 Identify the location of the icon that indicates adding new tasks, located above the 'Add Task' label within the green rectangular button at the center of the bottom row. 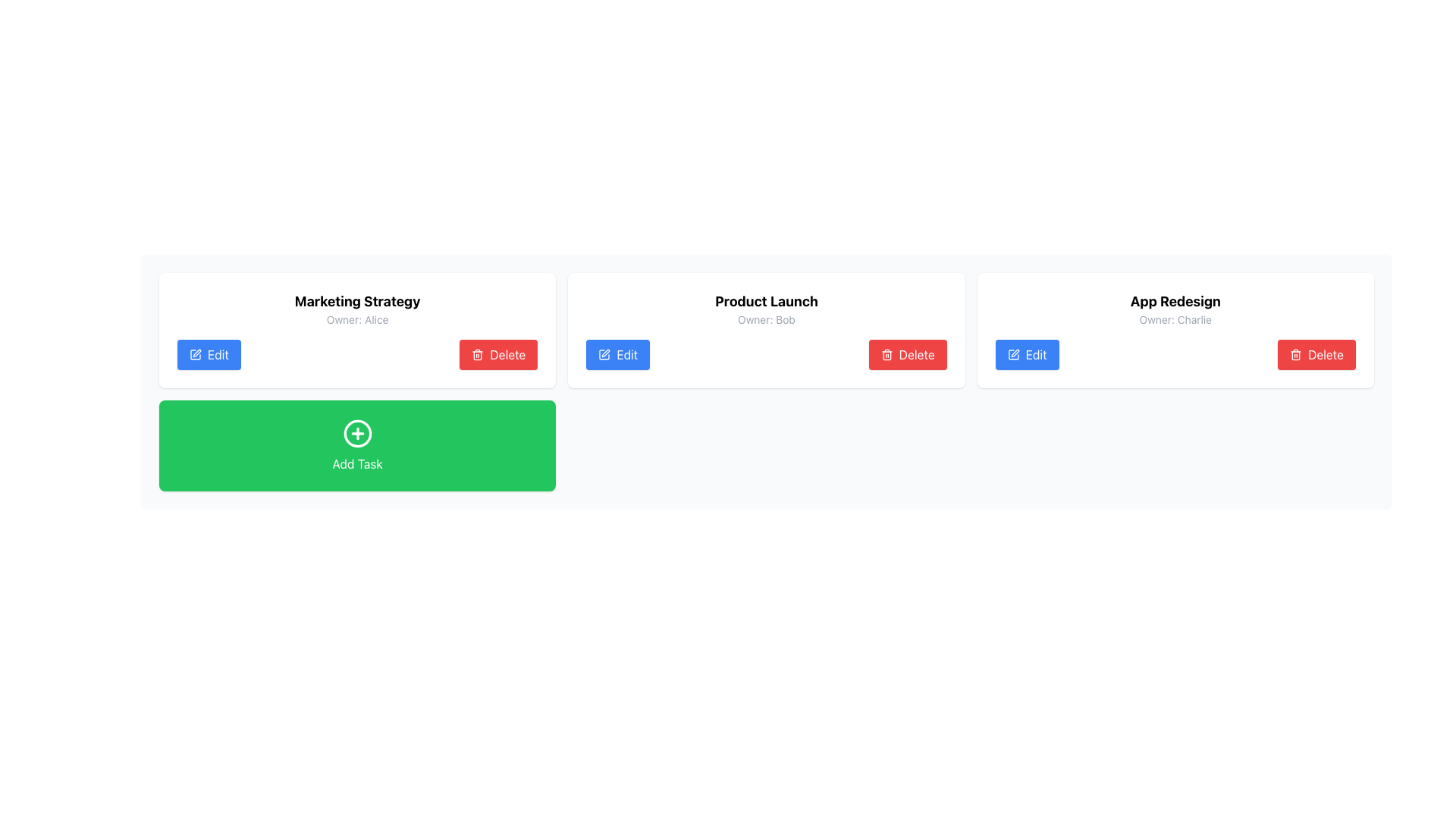
(356, 433).